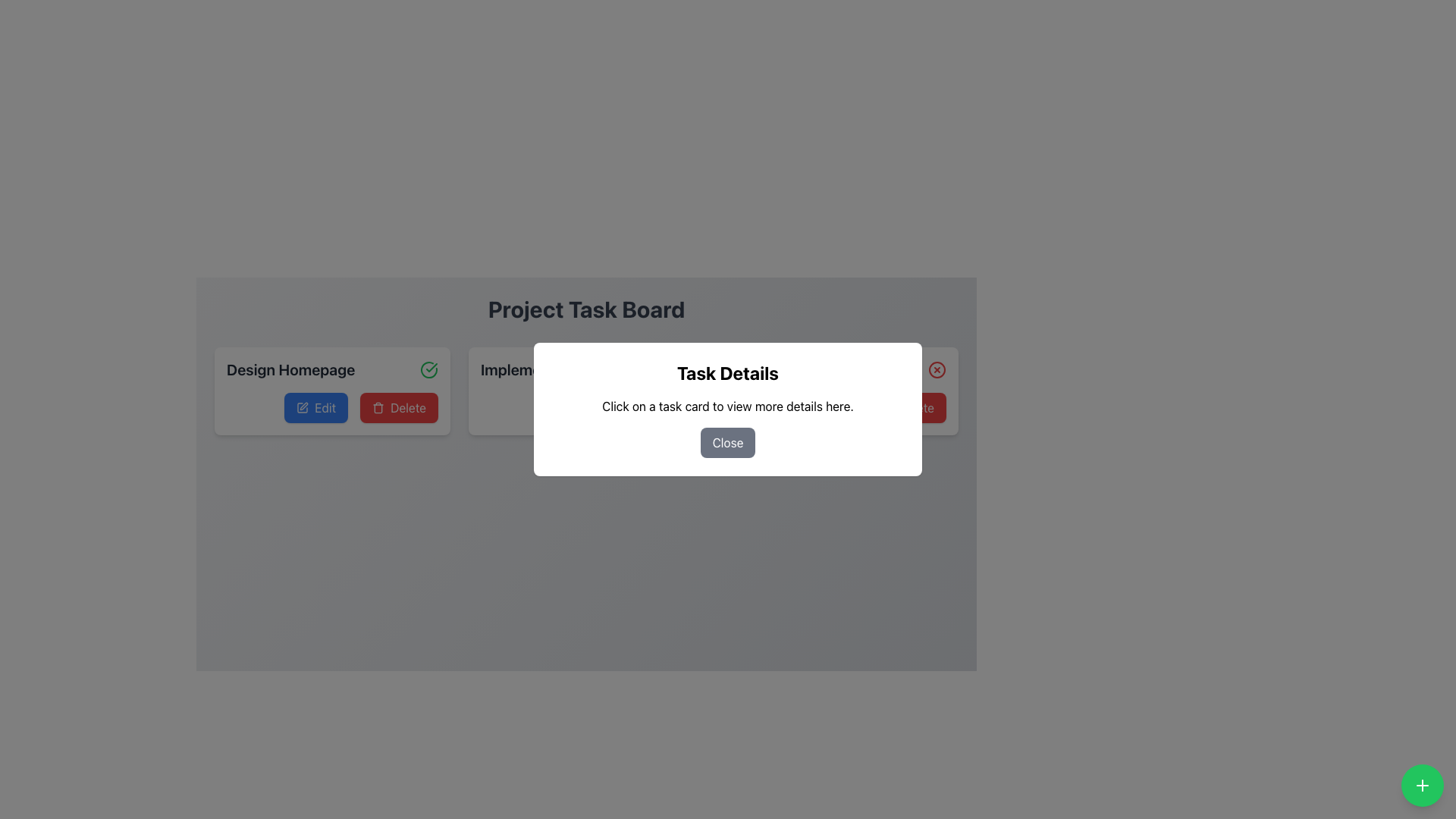 The height and width of the screenshot is (819, 1456). What do you see at coordinates (331, 370) in the screenshot?
I see `the 'Design Homepage' text with the adjacent green checkmark icon located at the top-left of the task card interface` at bounding box center [331, 370].